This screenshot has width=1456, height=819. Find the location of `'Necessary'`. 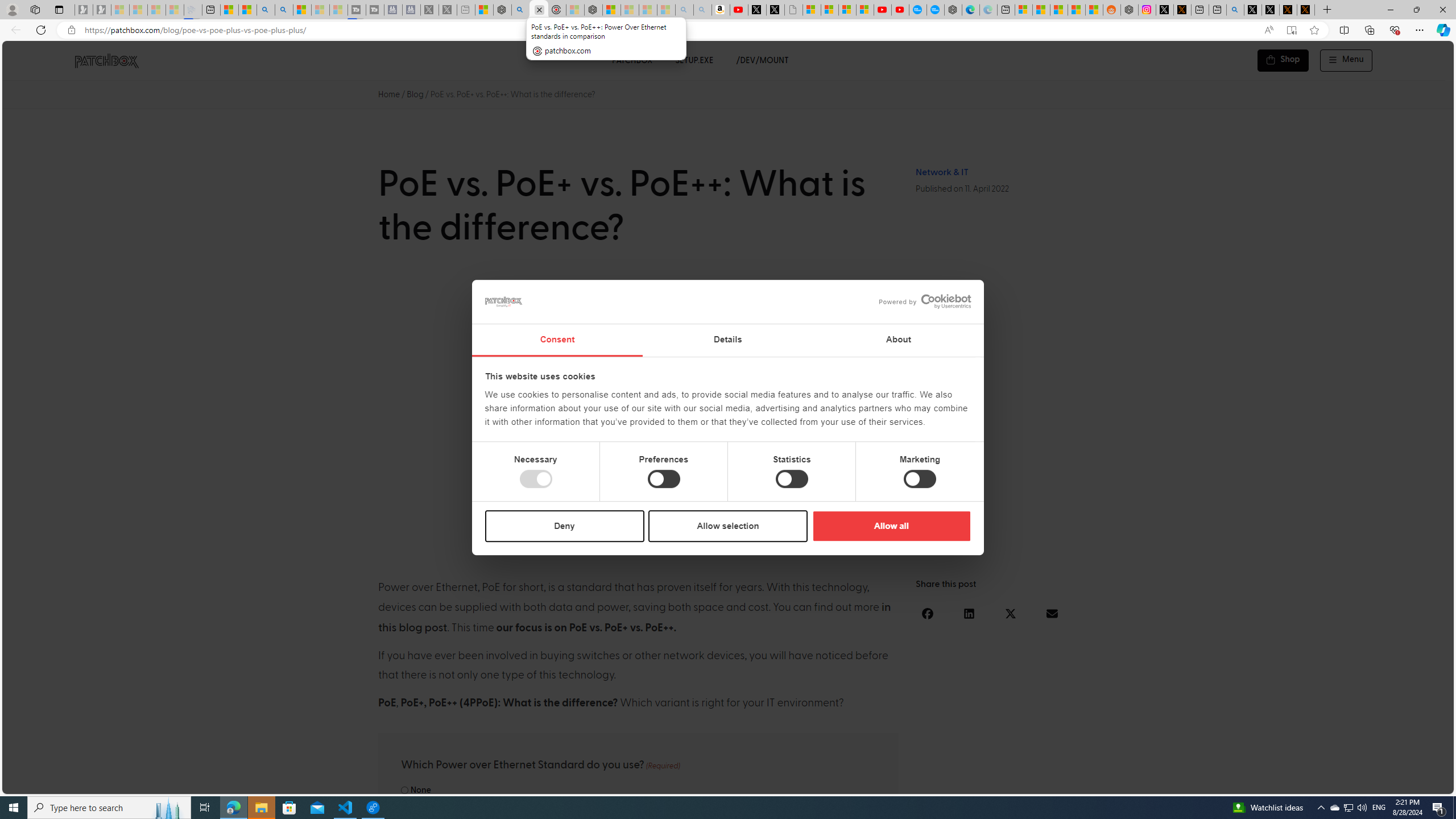

'Necessary' is located at coordinates (535, 479).